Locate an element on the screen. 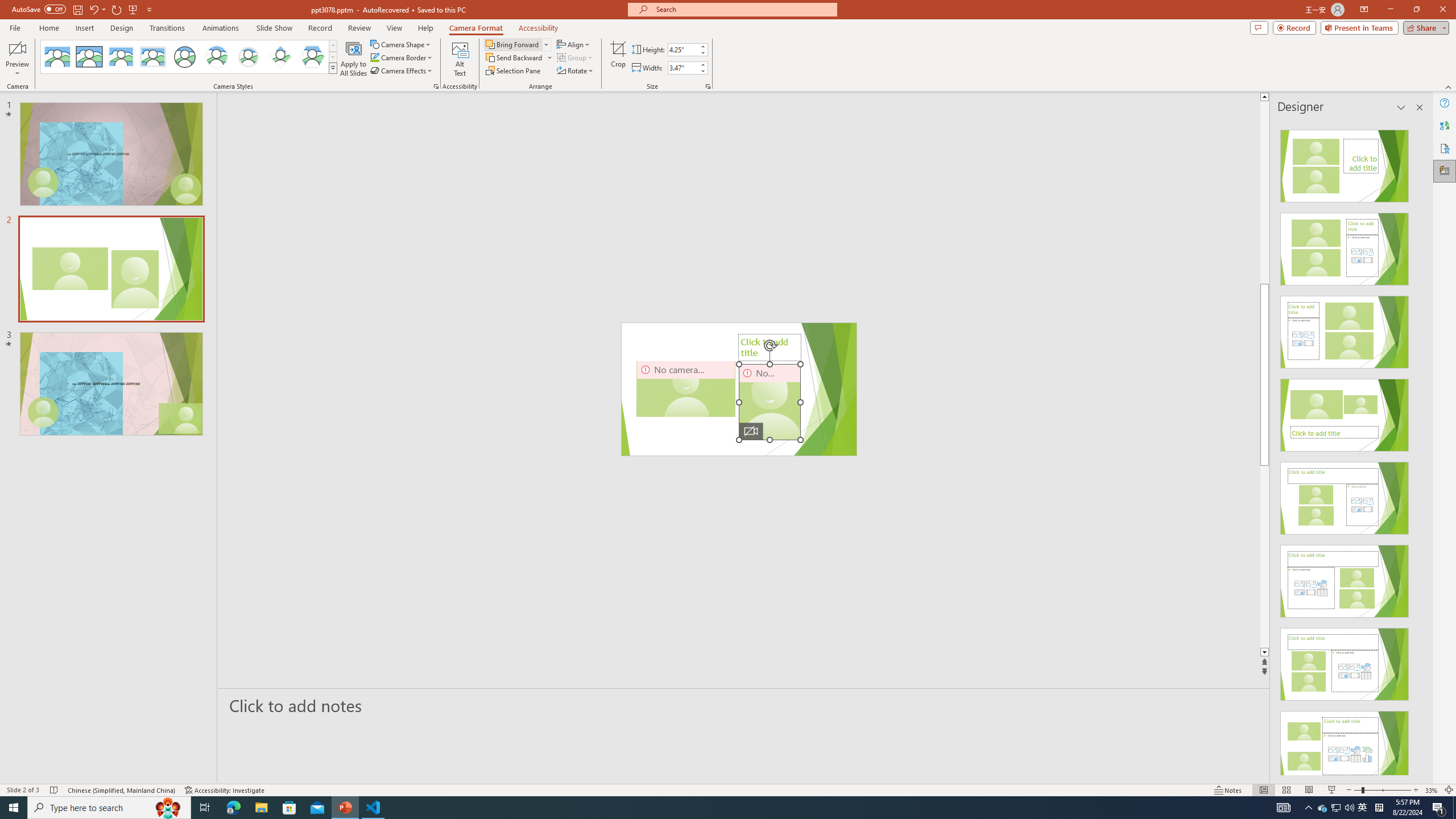 The height and width of the screenshot is (819, 1456). 'Apply to All Slides' is located at coordinates (353, 59).